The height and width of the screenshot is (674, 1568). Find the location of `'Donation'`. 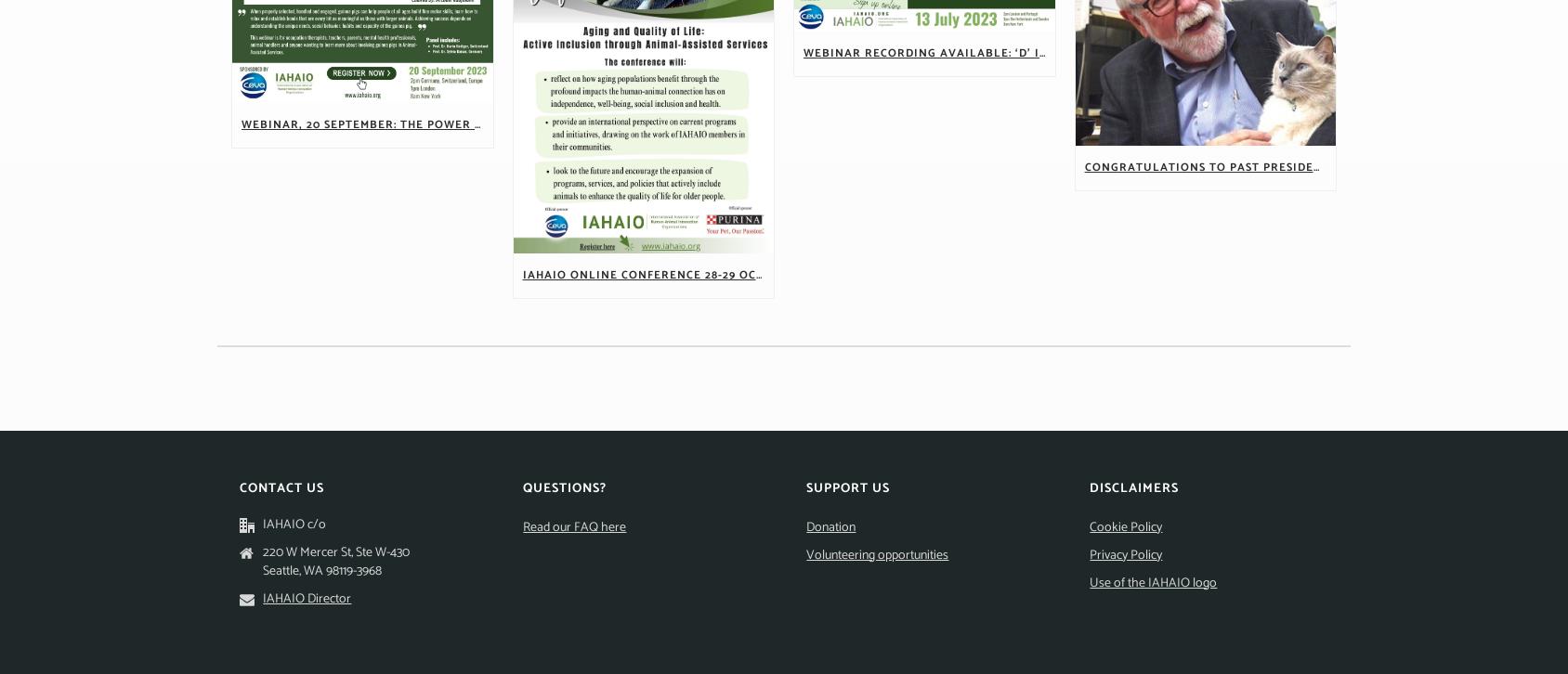

'Donation' is located at coordinates (830, 525).